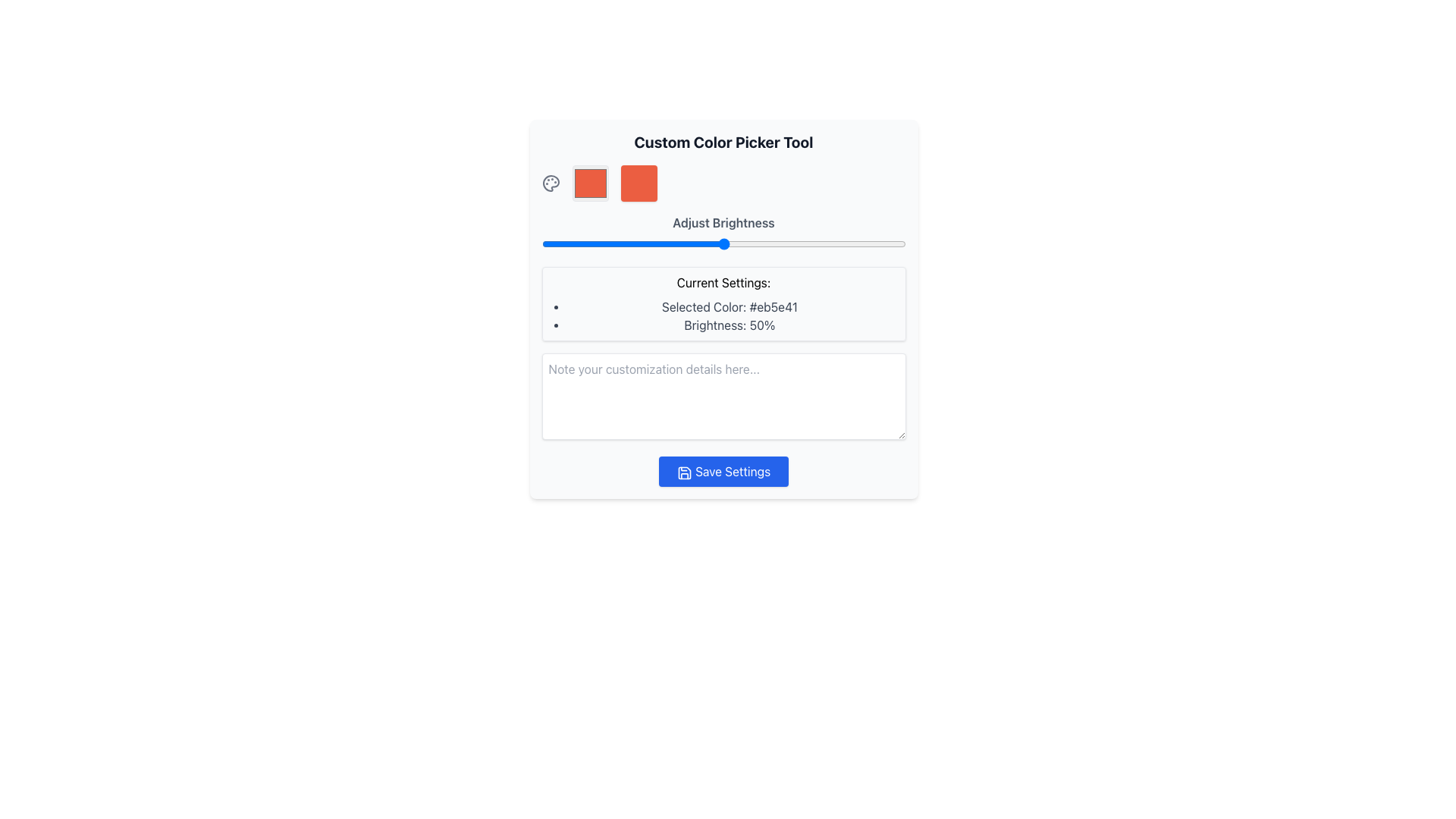 This screenshot has height=819, width=1456. What do you see at coordinates (697, 243) in the screenshot?
I see `brightness` at bounding box center [697, 243].